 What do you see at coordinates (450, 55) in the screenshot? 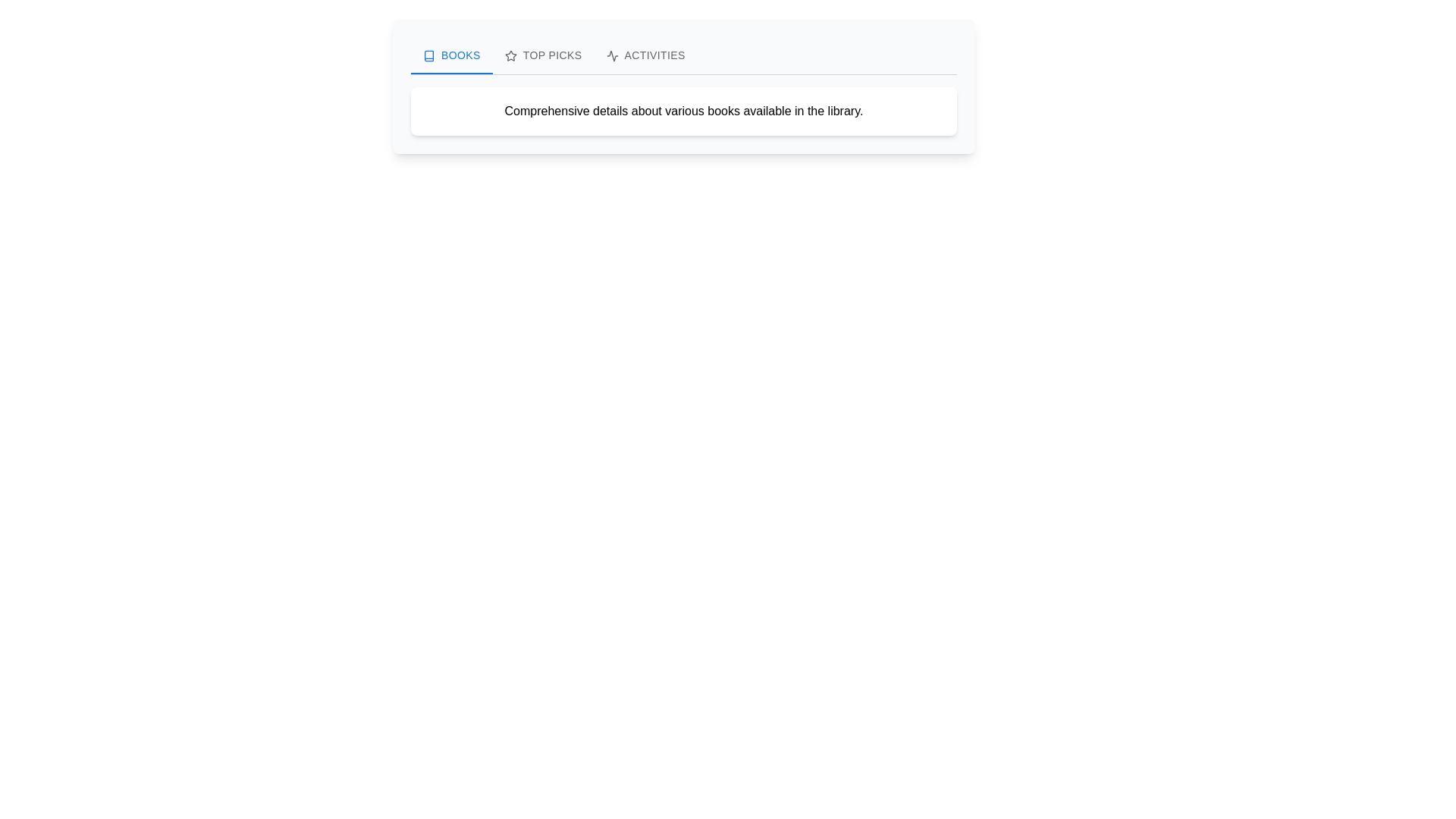
I see `the 'Books' tab in the horizontal tab navigation bar` at bounding box center [450, 55].